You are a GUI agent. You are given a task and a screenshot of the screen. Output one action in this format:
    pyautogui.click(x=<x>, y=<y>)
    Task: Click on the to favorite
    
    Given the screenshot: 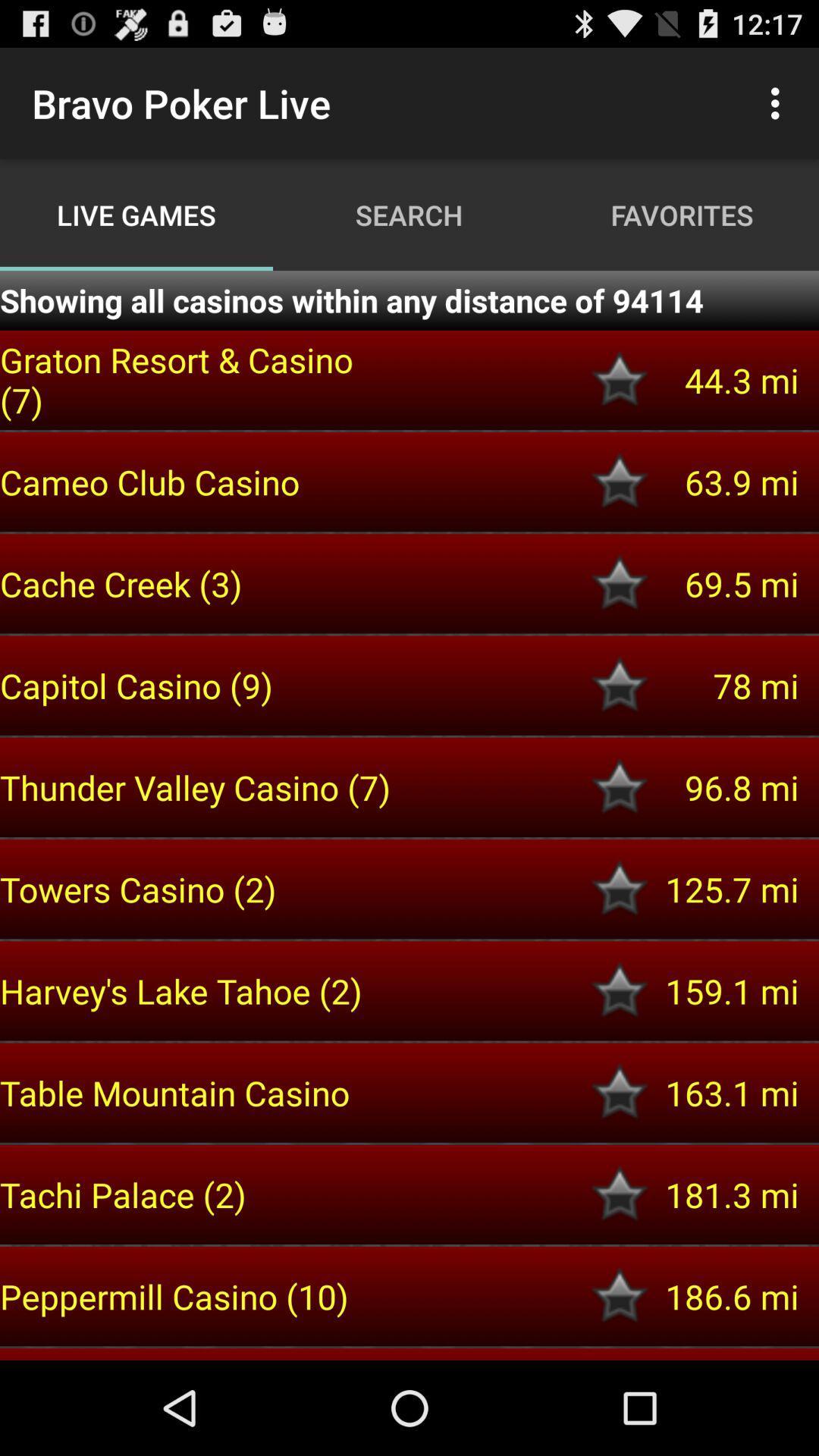 What is the action you would take?
    pyautogui.click(x=620, y=787)
    